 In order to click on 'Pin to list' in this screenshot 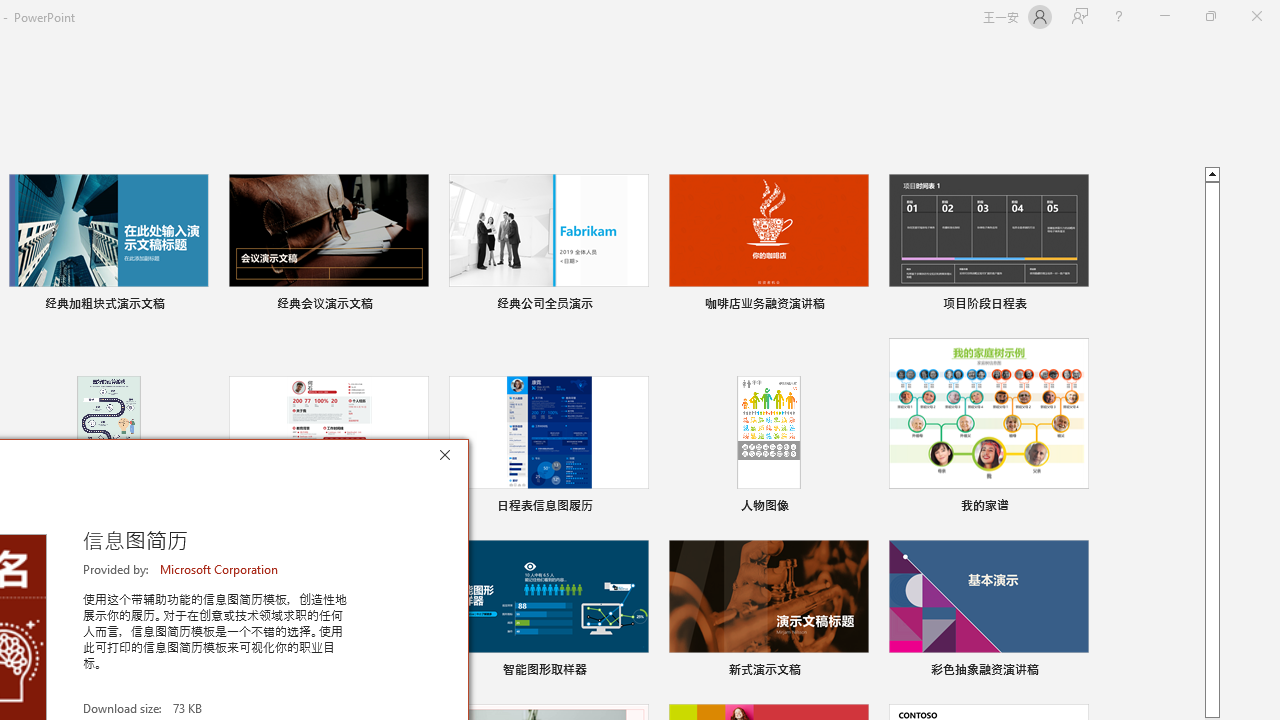, I will do `click(1074, 672)`.